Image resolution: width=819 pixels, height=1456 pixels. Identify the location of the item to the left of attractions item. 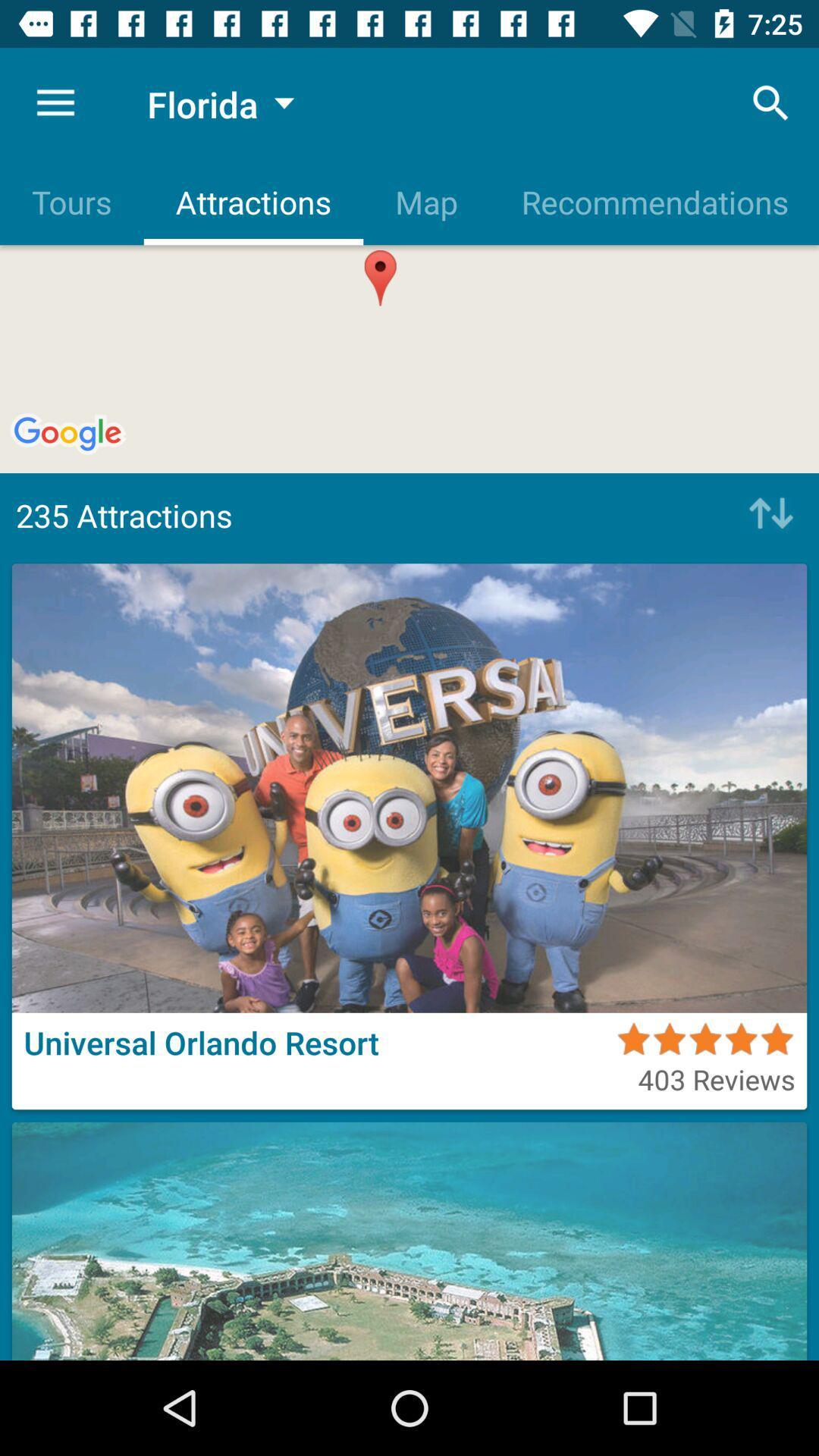
(71, 201).